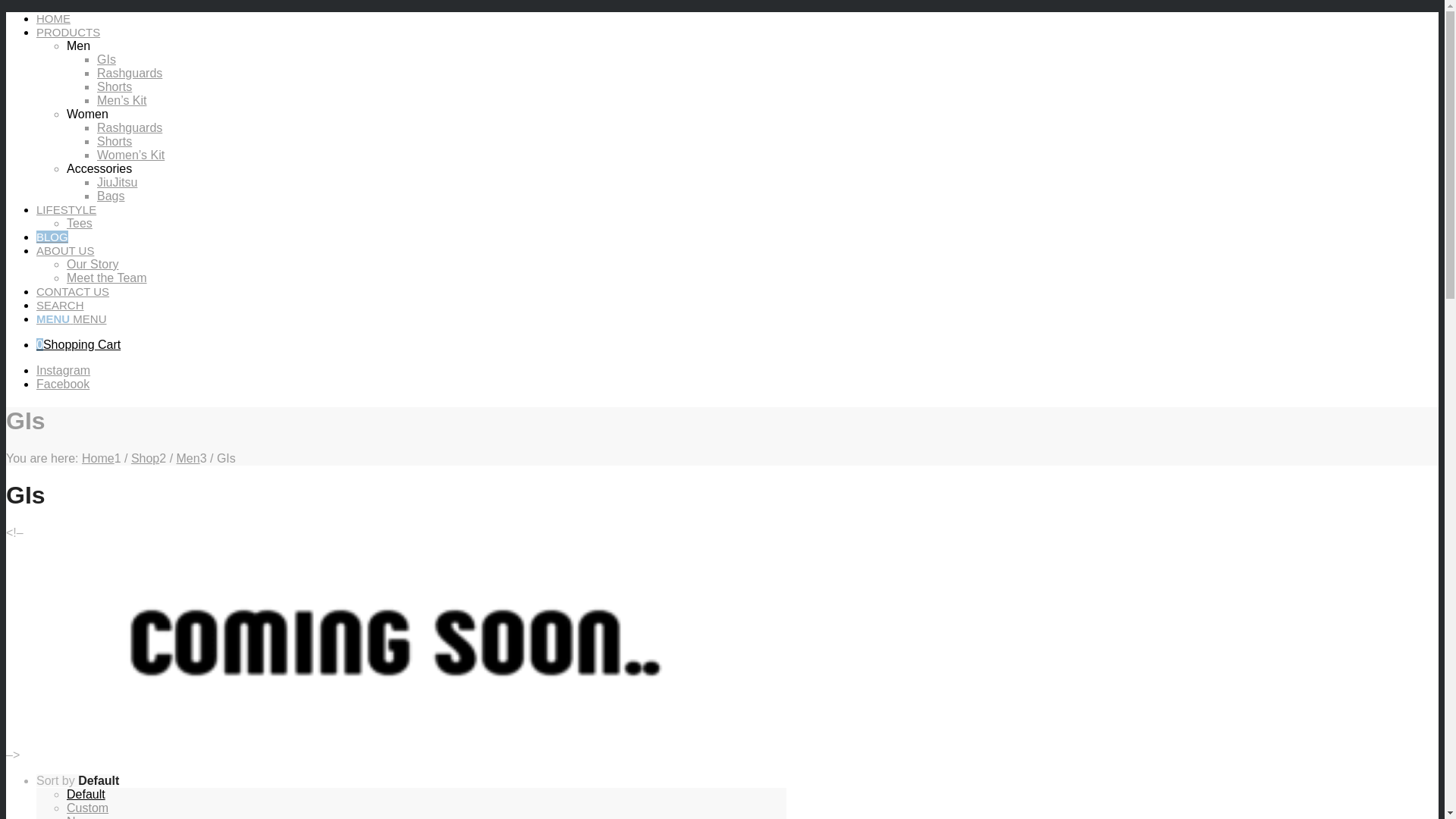 The width and height of the screenshot is (1456, 819). What do you see at coordinates (52, 237) in the screenshot?
I see `'BLOG'` at bounding box center [52, 237].